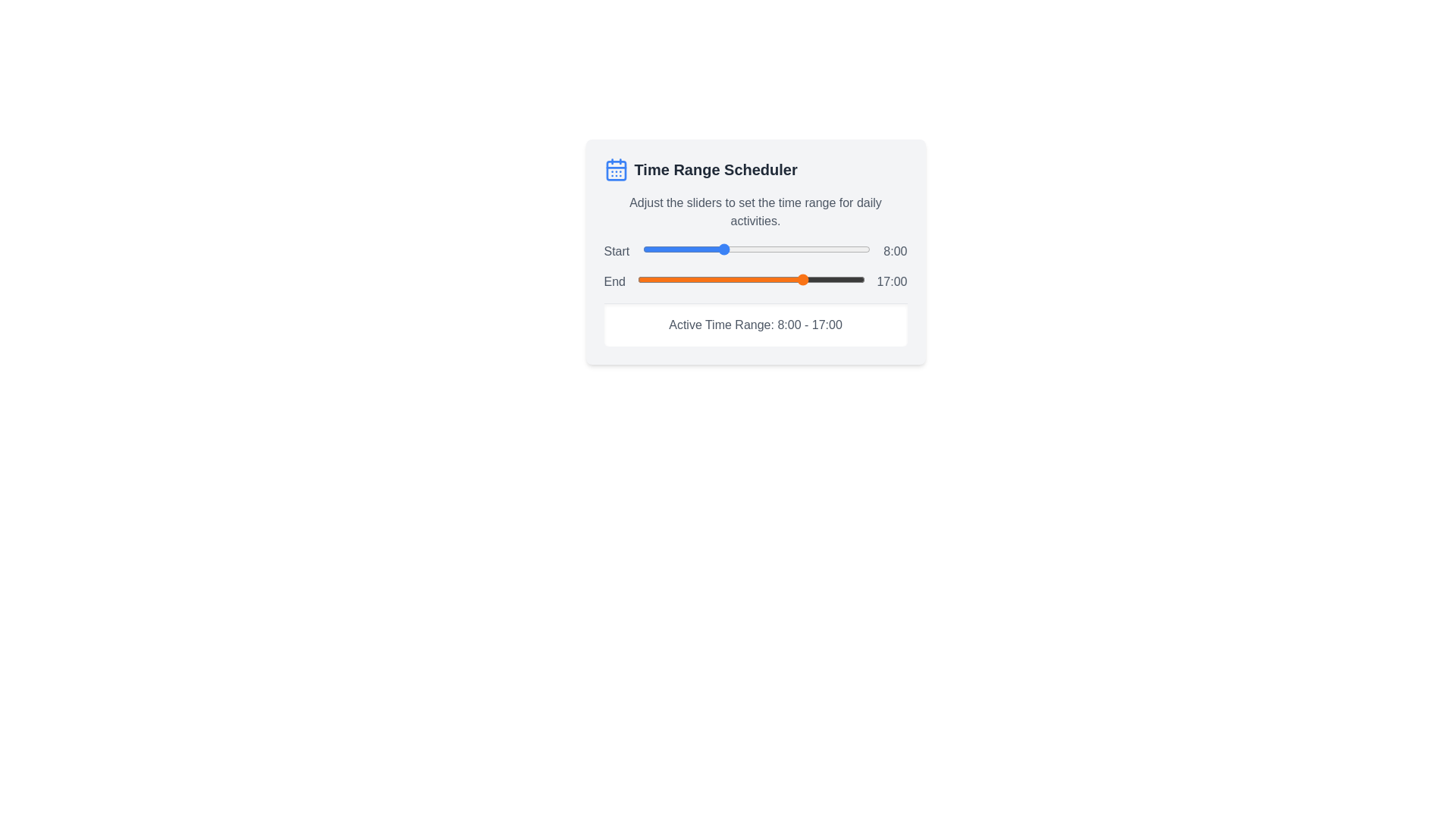 The height and width of the screenshot is (819, 1456). What do you see at coordinates (781, 248) in the screenshot?
I see `the start time slider to 14 hours` at bounding box center [781, 248].